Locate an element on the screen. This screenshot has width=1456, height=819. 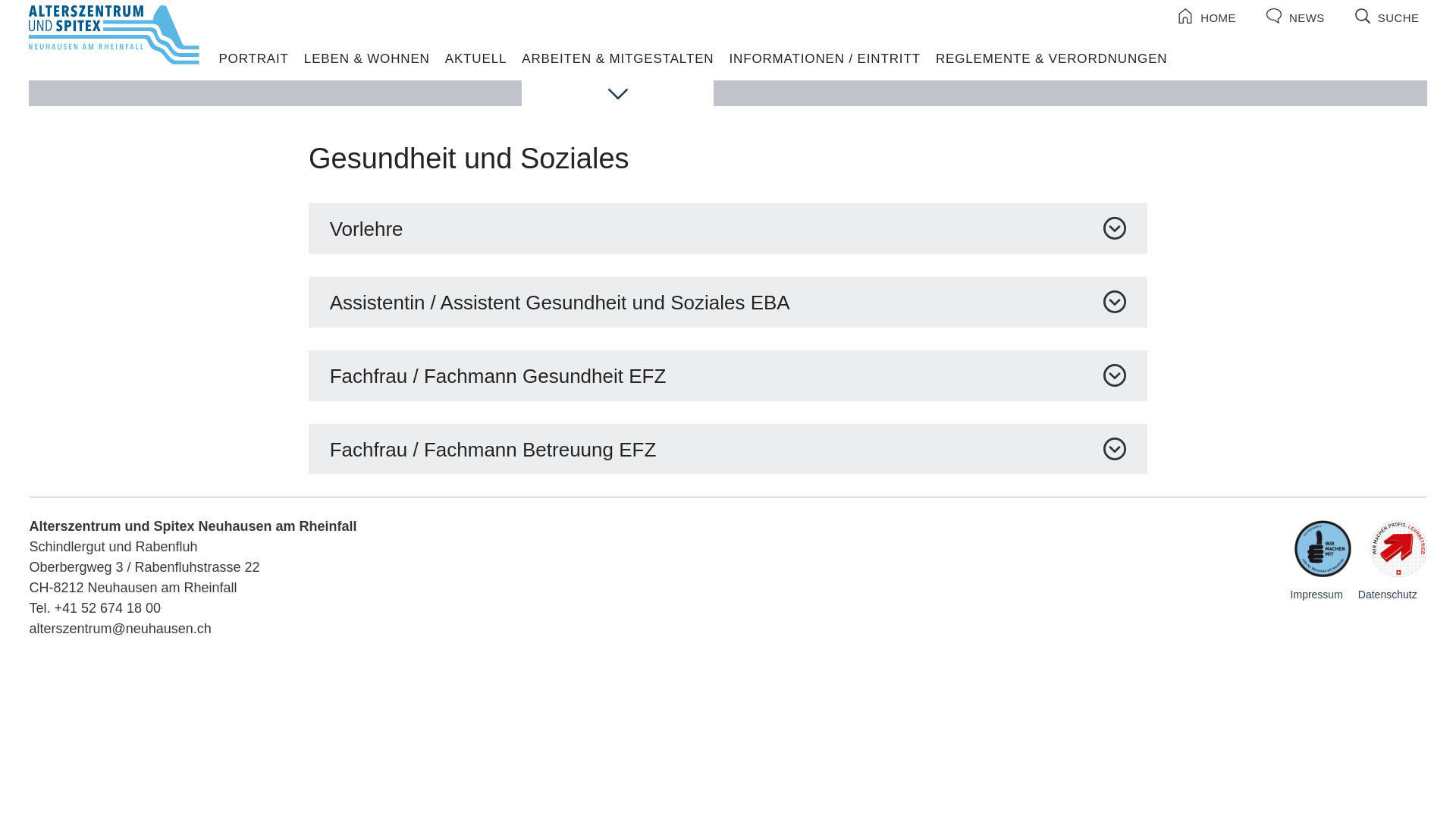
'Datenschutz' is located at coordinates (1387, 593).